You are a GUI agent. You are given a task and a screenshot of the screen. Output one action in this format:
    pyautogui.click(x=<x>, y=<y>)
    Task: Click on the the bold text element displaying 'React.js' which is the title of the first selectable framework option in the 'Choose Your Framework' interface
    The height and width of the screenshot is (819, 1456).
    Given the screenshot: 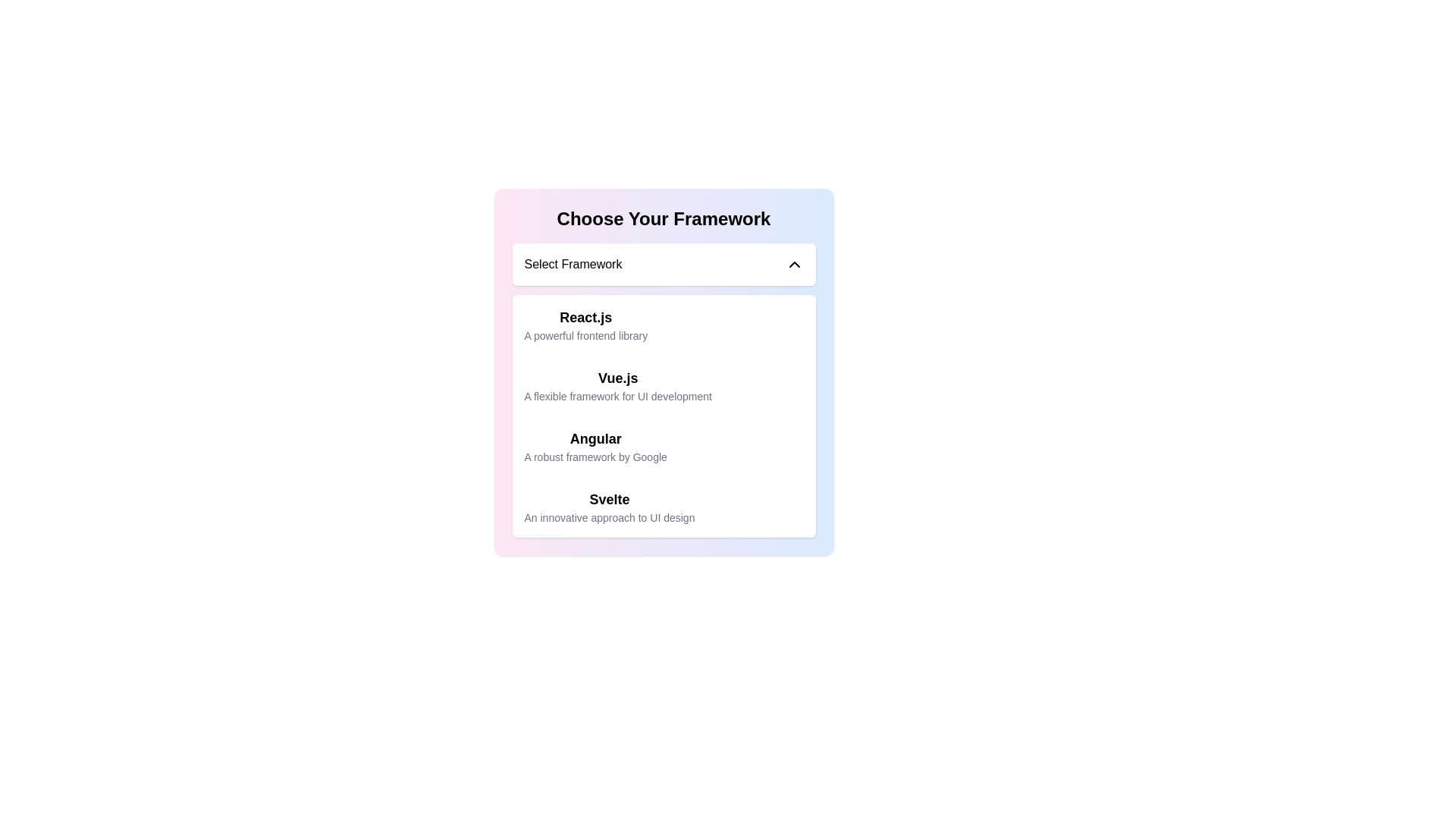 What is the action you would take?
    pyautogui.click(x=585, y=317)
    